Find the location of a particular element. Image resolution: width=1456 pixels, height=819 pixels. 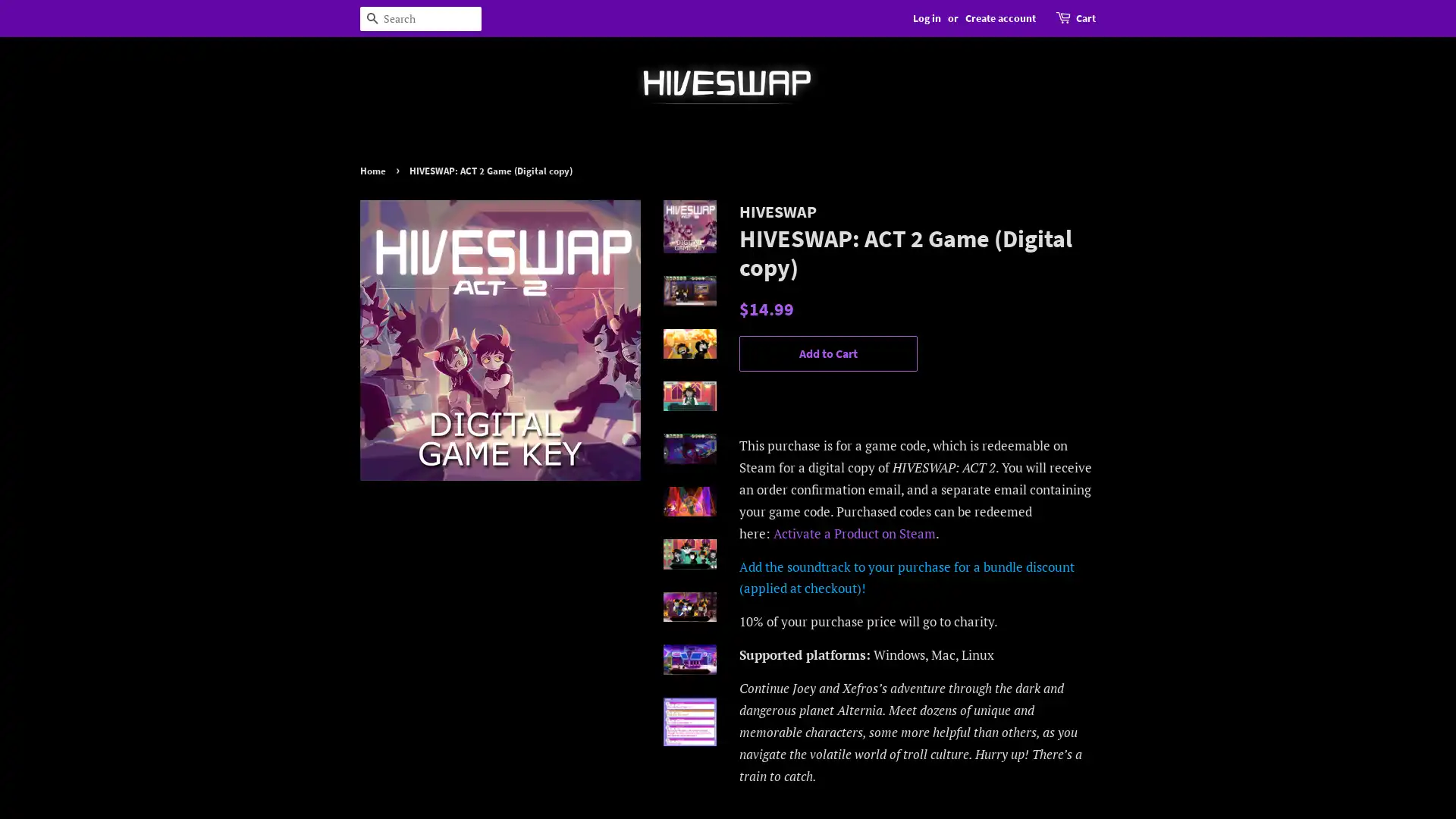

Buy it now is located at coordinates (827, 396).